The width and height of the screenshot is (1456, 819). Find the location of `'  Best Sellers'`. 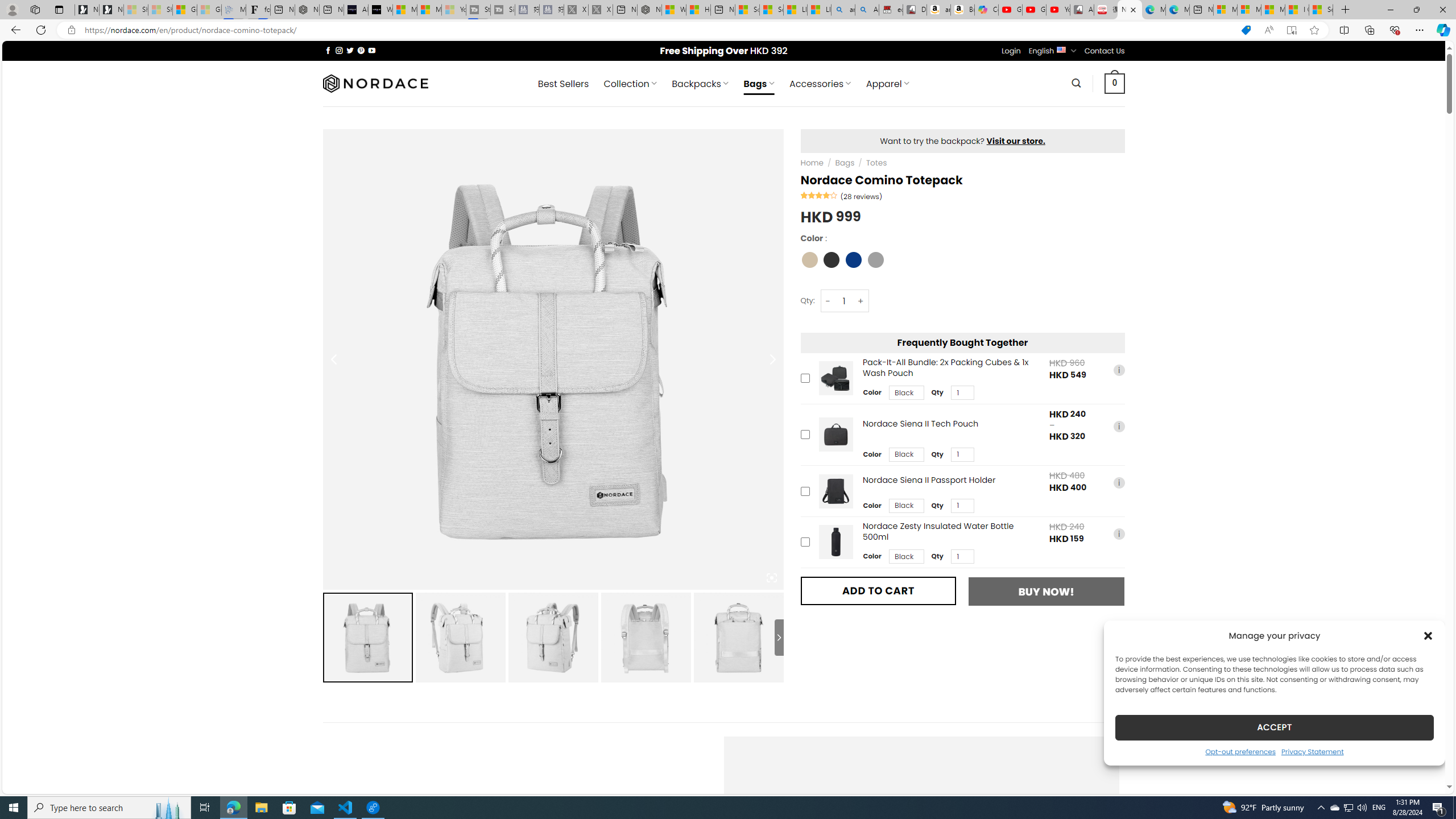

'  Best Sellers' is located at coordinates (563, 83).